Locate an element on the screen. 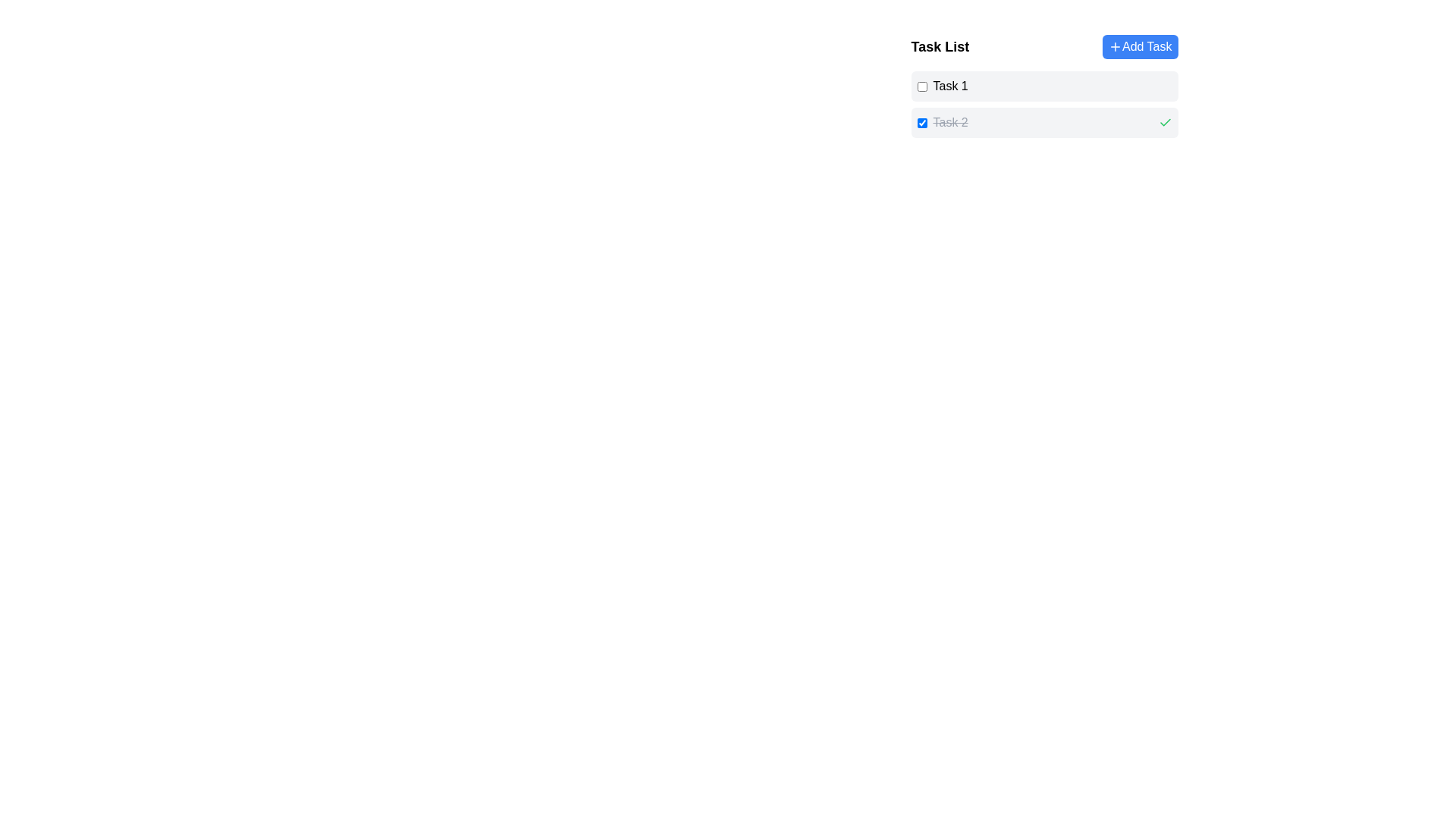 The width and height of the screenshot is (1456, 819). the completed task label that displays the name of the task, which has a strikethrough styling indicating it has been marked as completed is located at coordinates (942, 122).